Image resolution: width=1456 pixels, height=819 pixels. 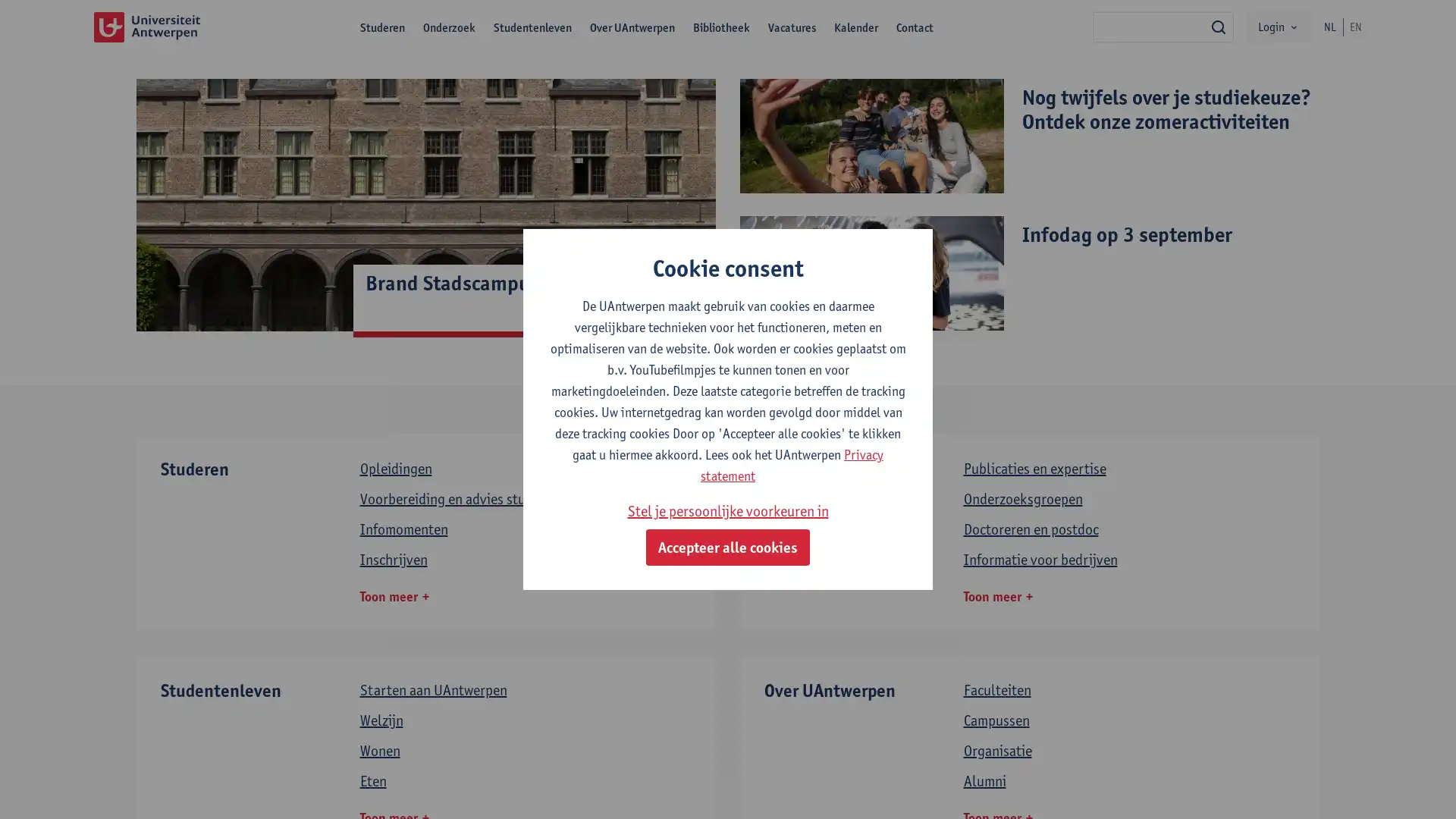 What do you see at coordinates (728, 547) in the screenshot?
I see `Accepteer alle cookies` at bounding box center [728, 547].